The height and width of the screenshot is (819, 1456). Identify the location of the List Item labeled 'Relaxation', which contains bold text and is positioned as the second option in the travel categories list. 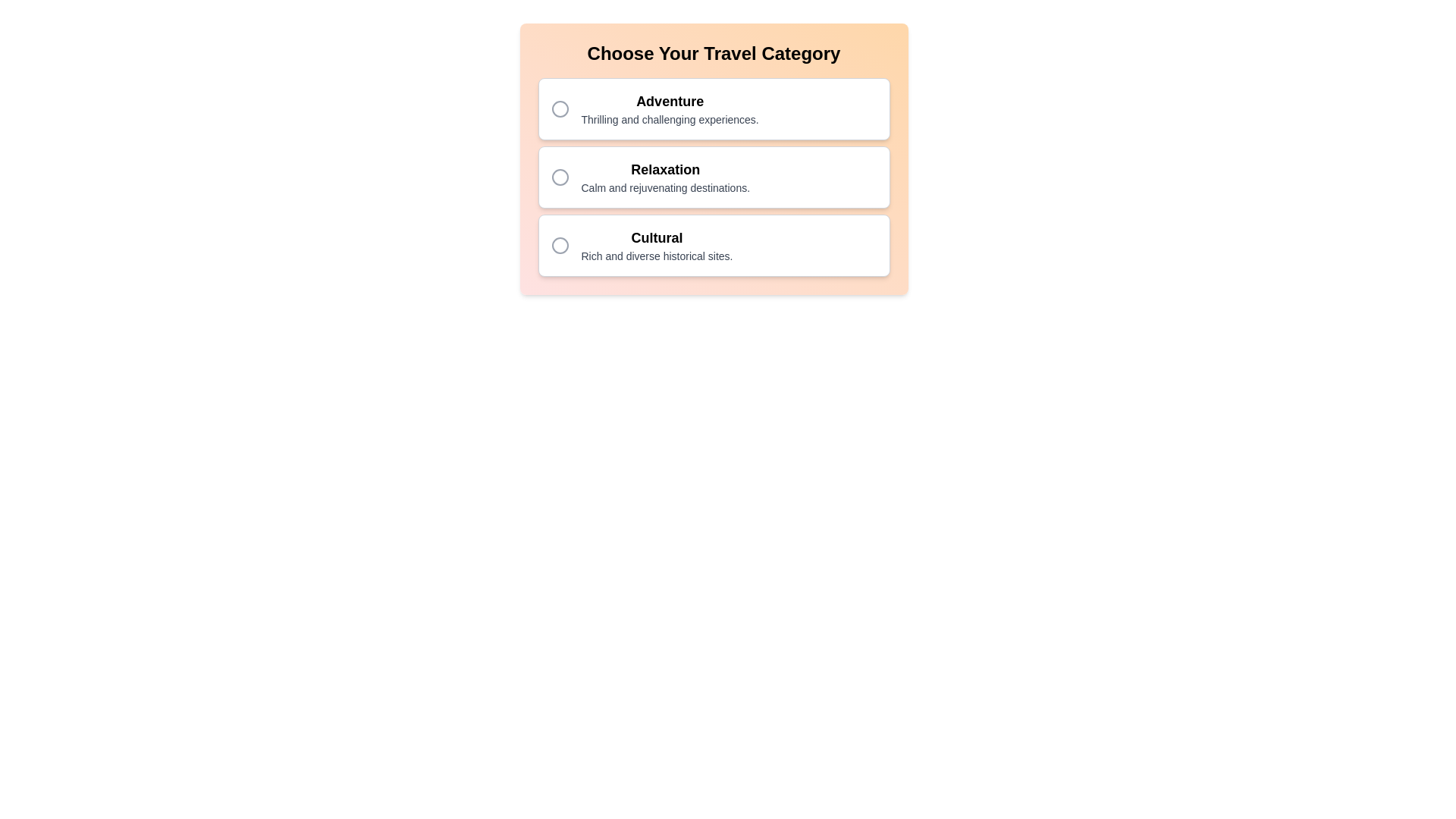
(713, 177).